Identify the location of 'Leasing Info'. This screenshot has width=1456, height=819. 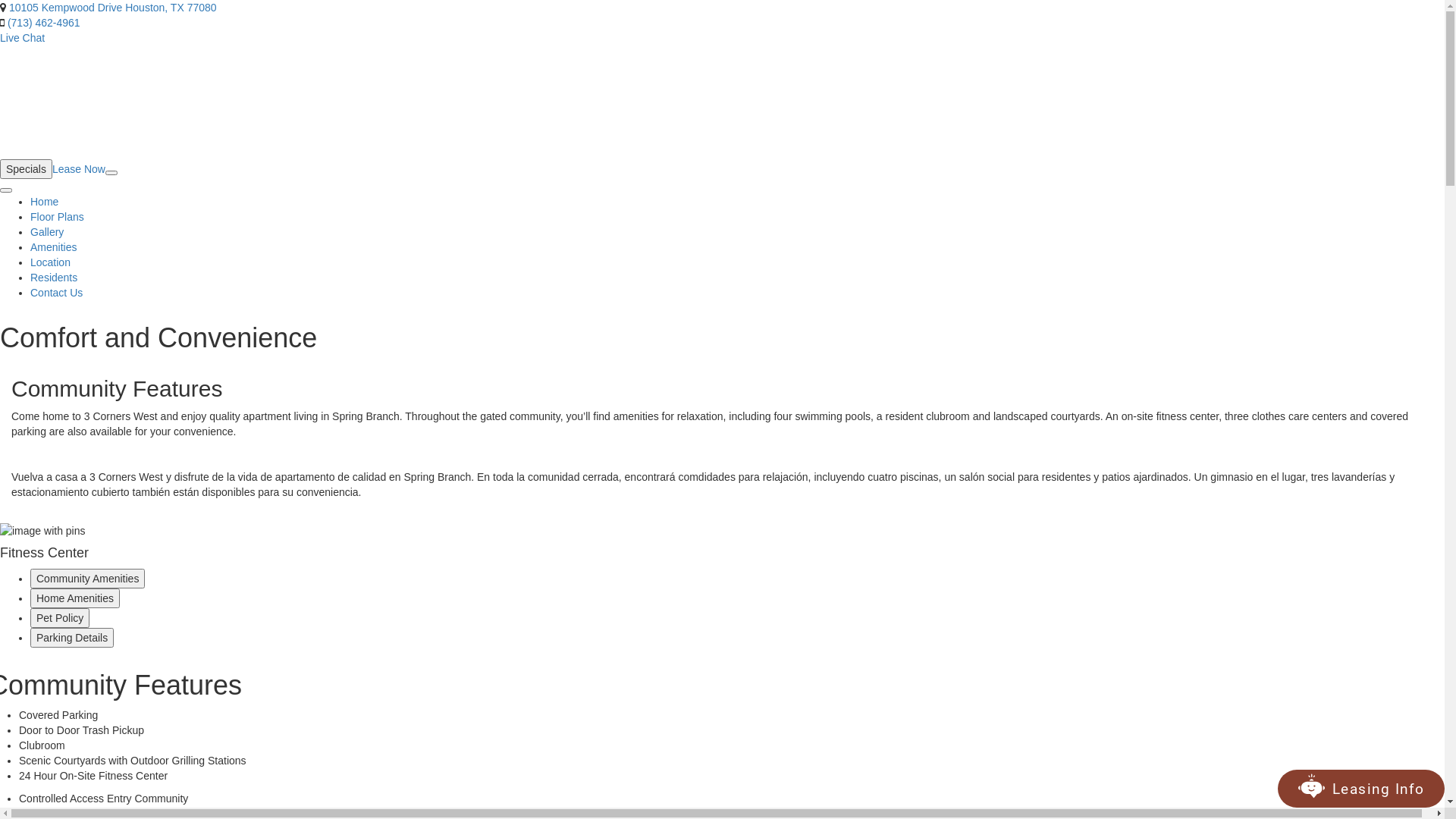
(1323, 788).